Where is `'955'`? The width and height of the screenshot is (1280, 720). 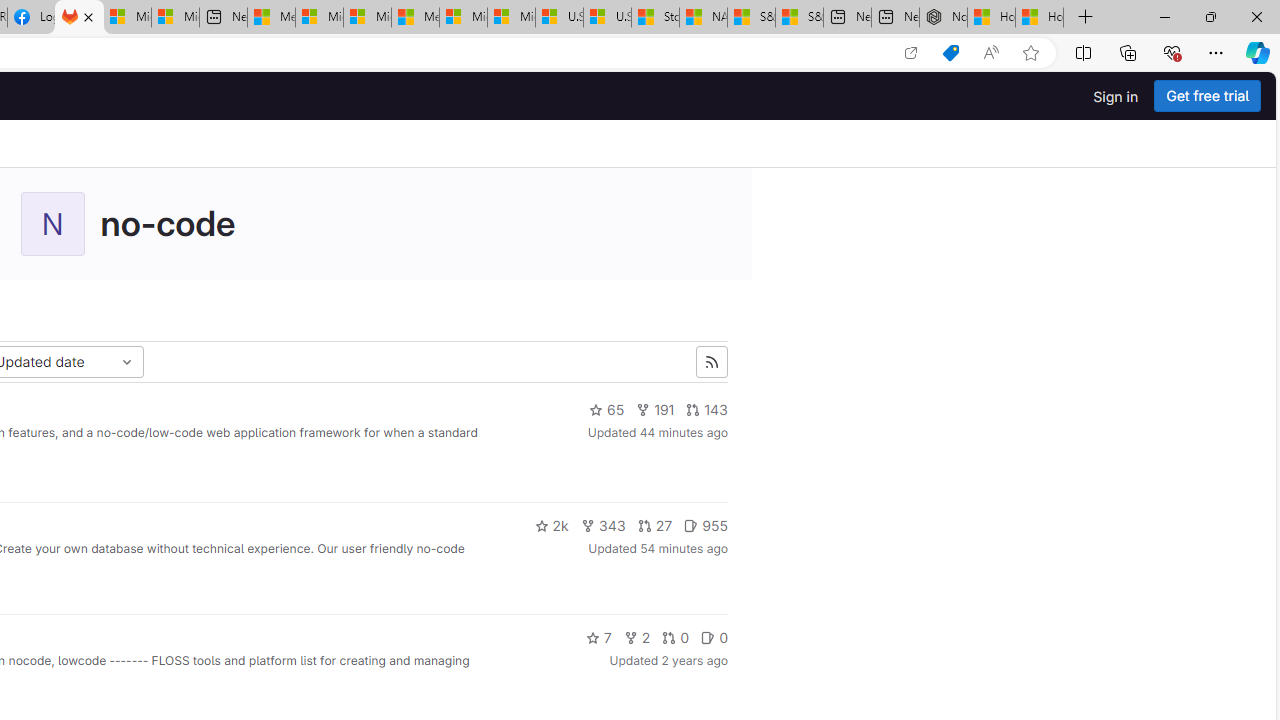 '955' is located at coordinates (705, 524).